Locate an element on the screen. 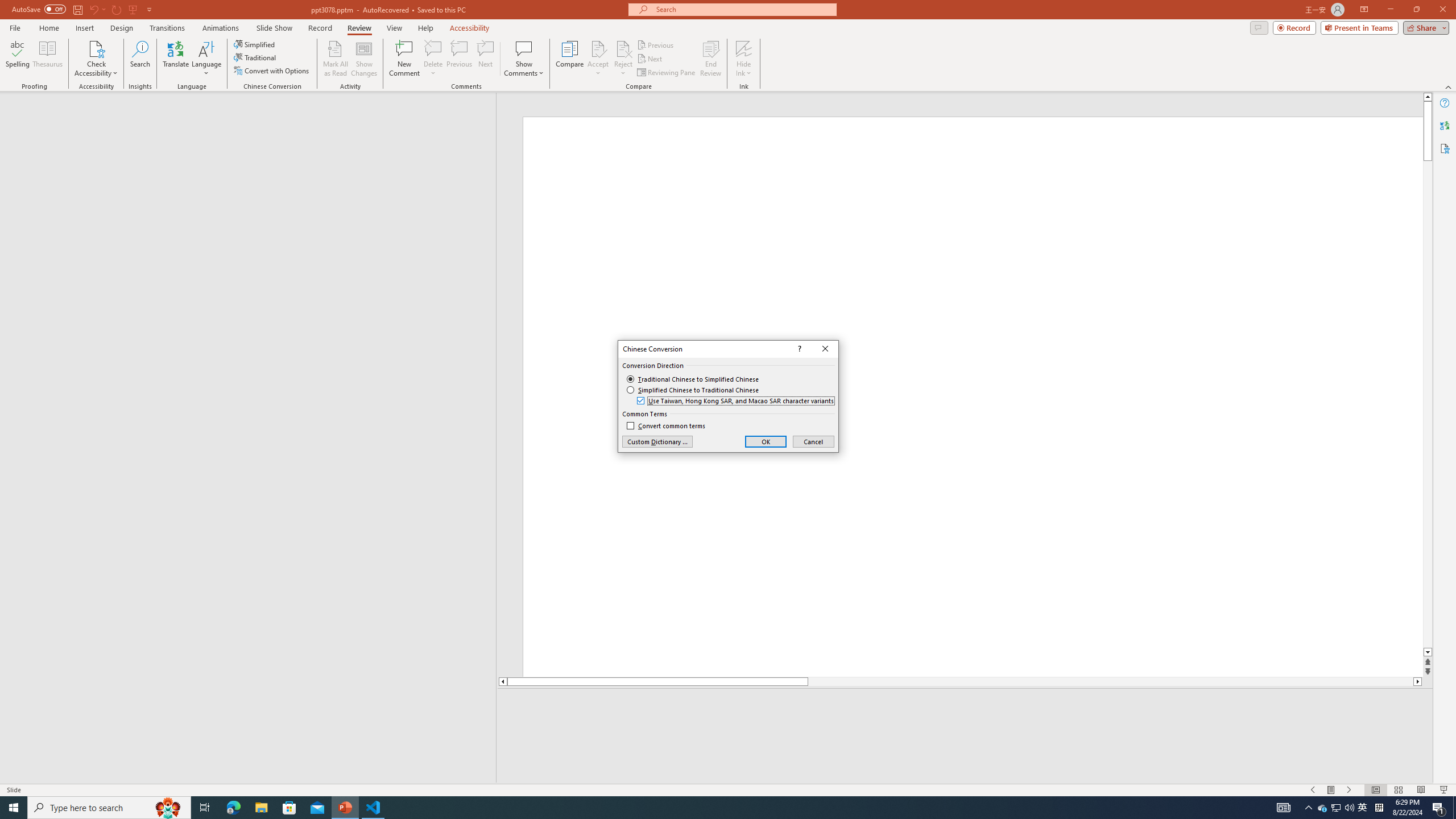 This screenshot has height=819, width=1456. 'Outline' is located at coordinates (253, 115).